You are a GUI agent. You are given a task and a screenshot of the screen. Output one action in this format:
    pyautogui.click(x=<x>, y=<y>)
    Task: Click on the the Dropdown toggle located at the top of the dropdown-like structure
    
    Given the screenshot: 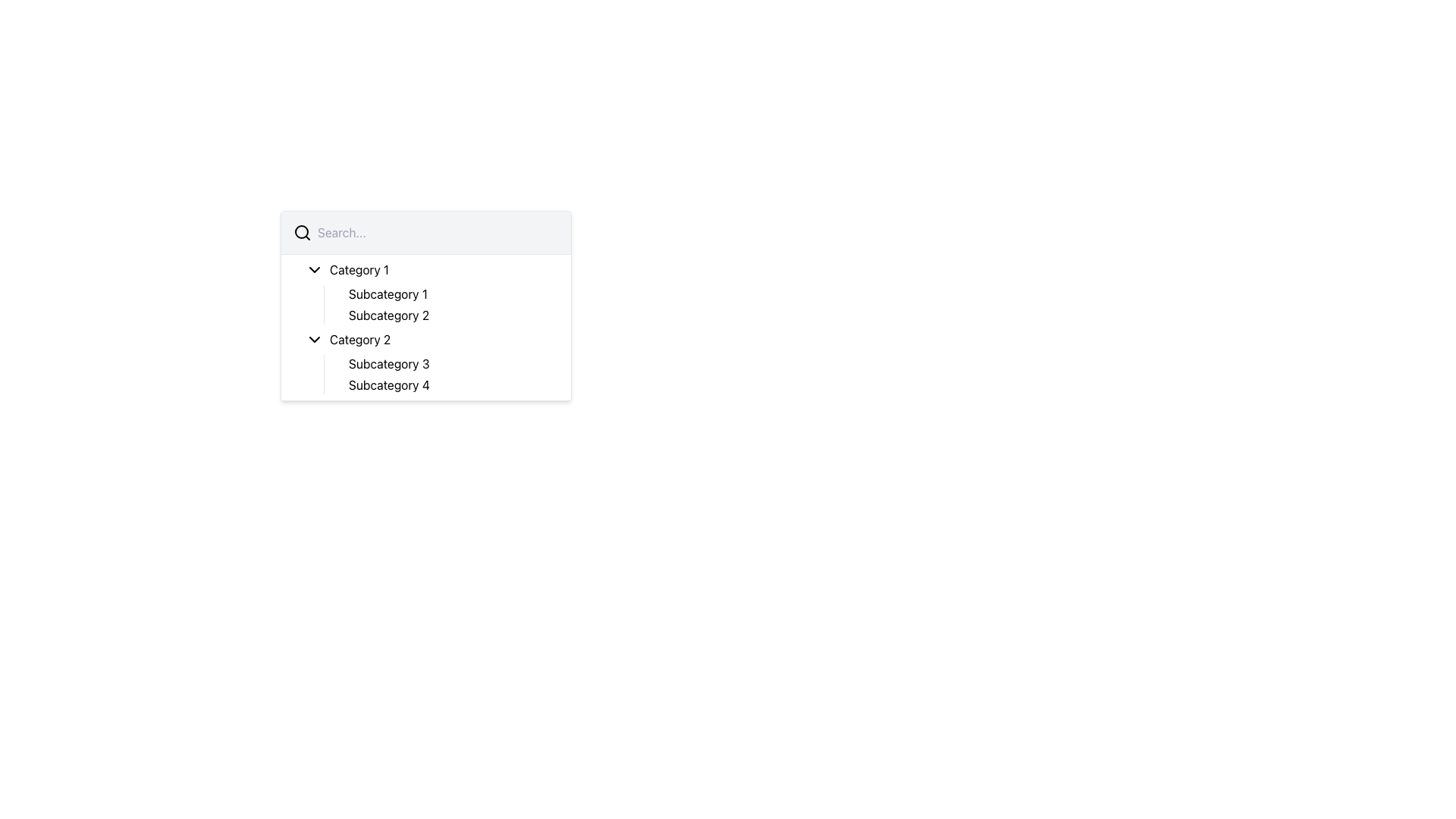 What is the action you would take?
    pyautogui.click(x=431, y=268)
    